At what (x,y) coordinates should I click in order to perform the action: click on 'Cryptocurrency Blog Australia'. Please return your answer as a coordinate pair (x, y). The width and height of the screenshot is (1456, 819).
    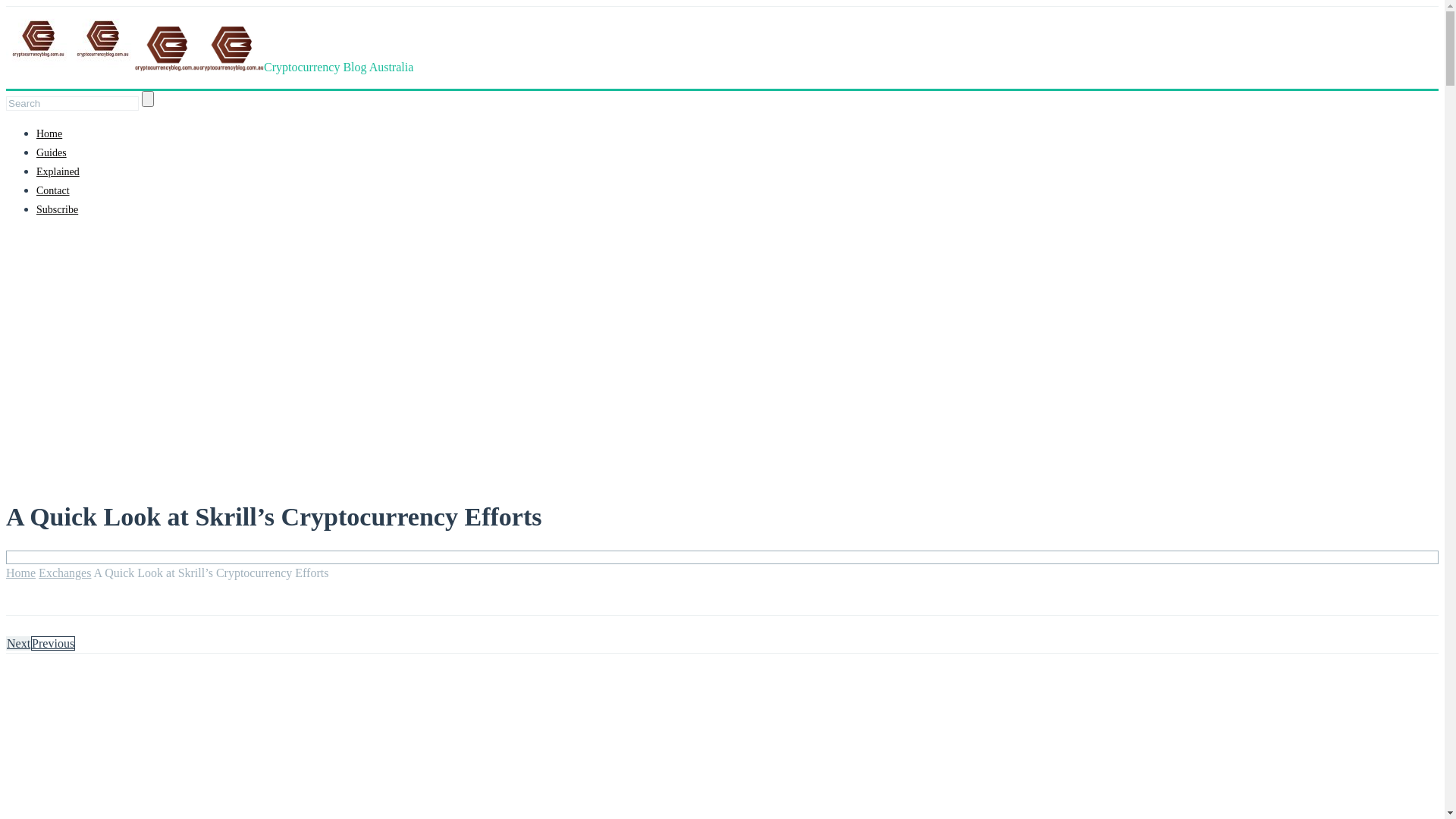
    Looking at the image, I should click on (167, 48).